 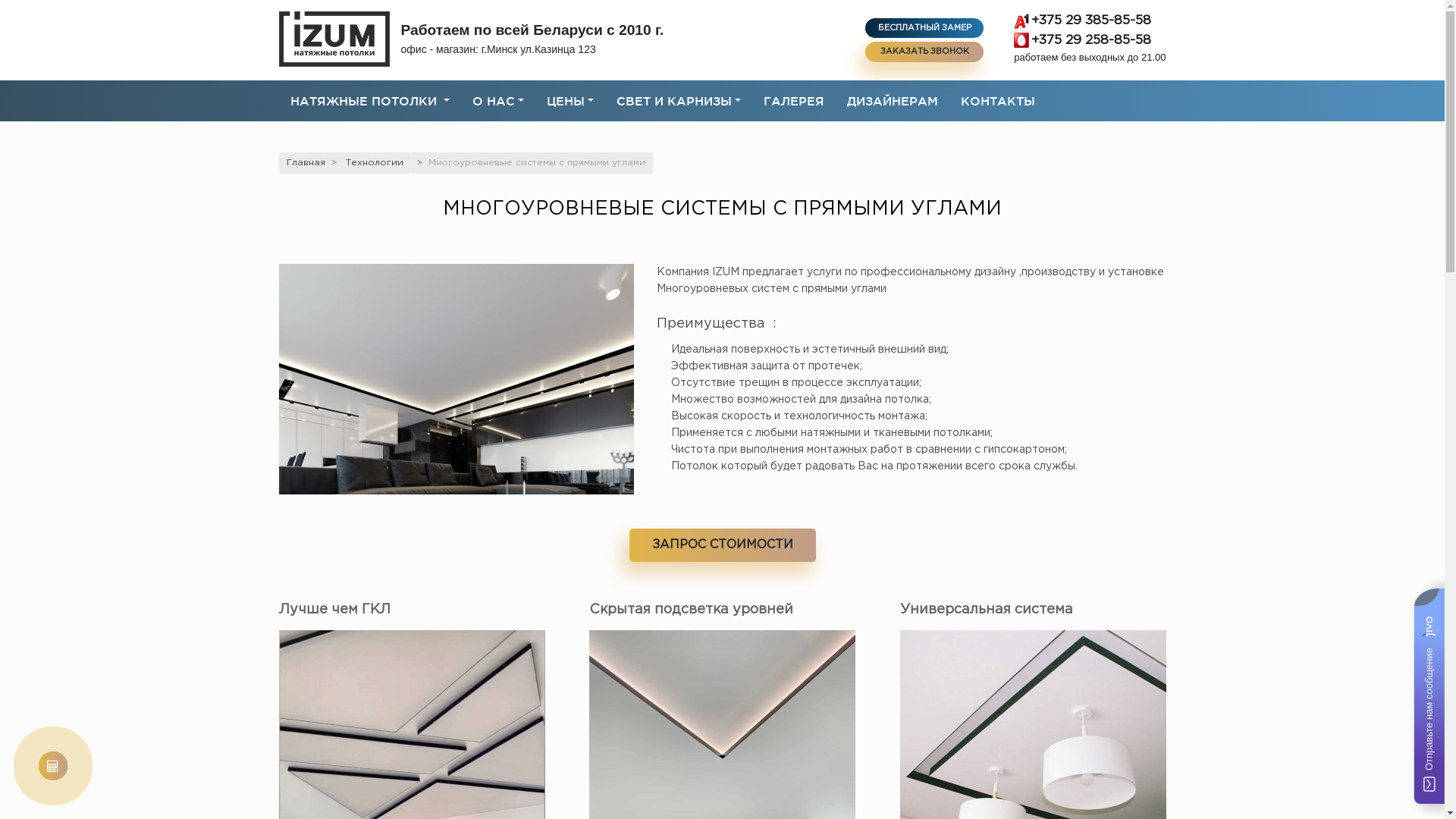 I want to click on '+375 29 258-85-58', so click(x=1088, y=39).